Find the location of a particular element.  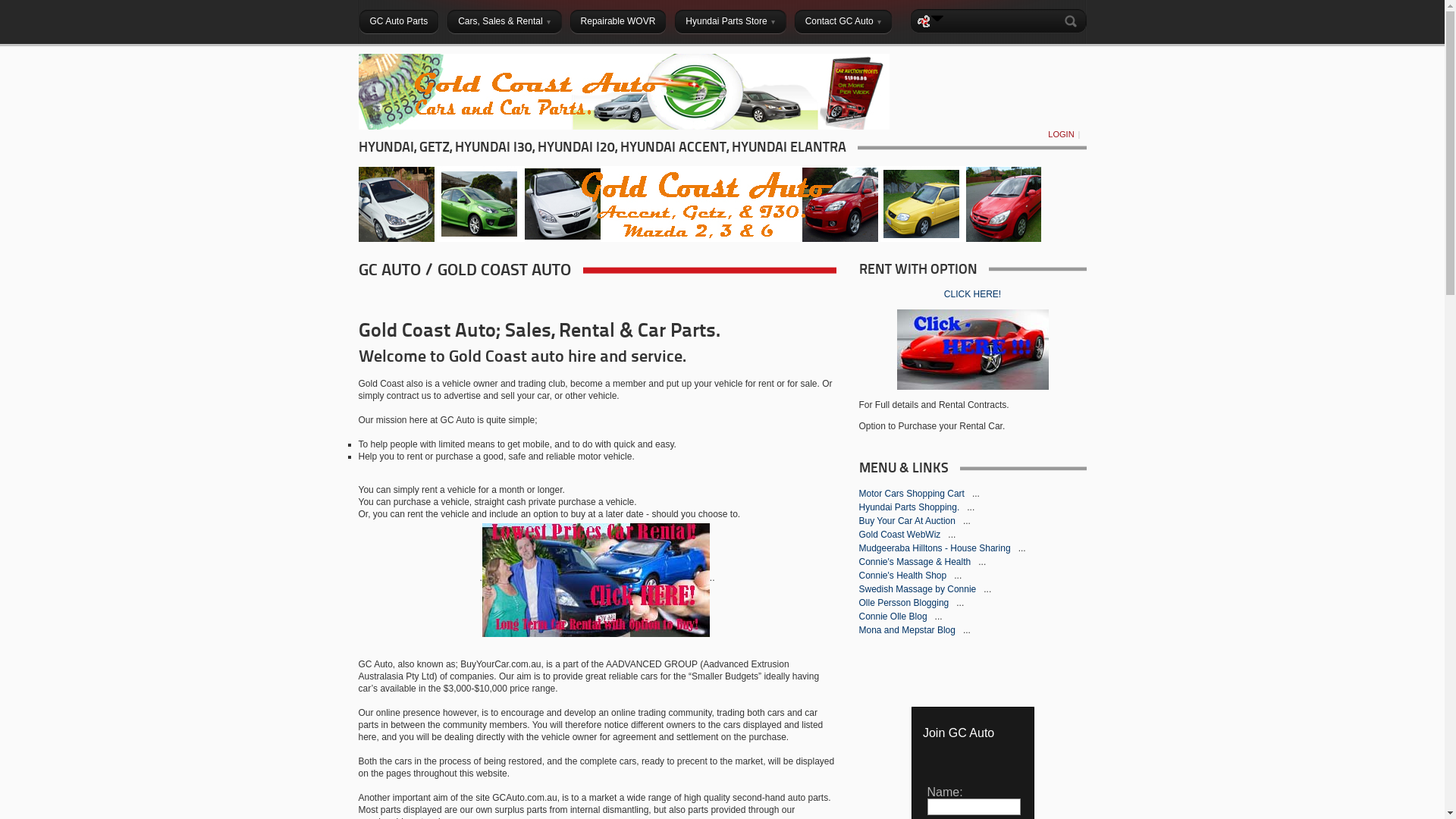

'Buy Your Car At Auction' is located at coordinates (908, 519).